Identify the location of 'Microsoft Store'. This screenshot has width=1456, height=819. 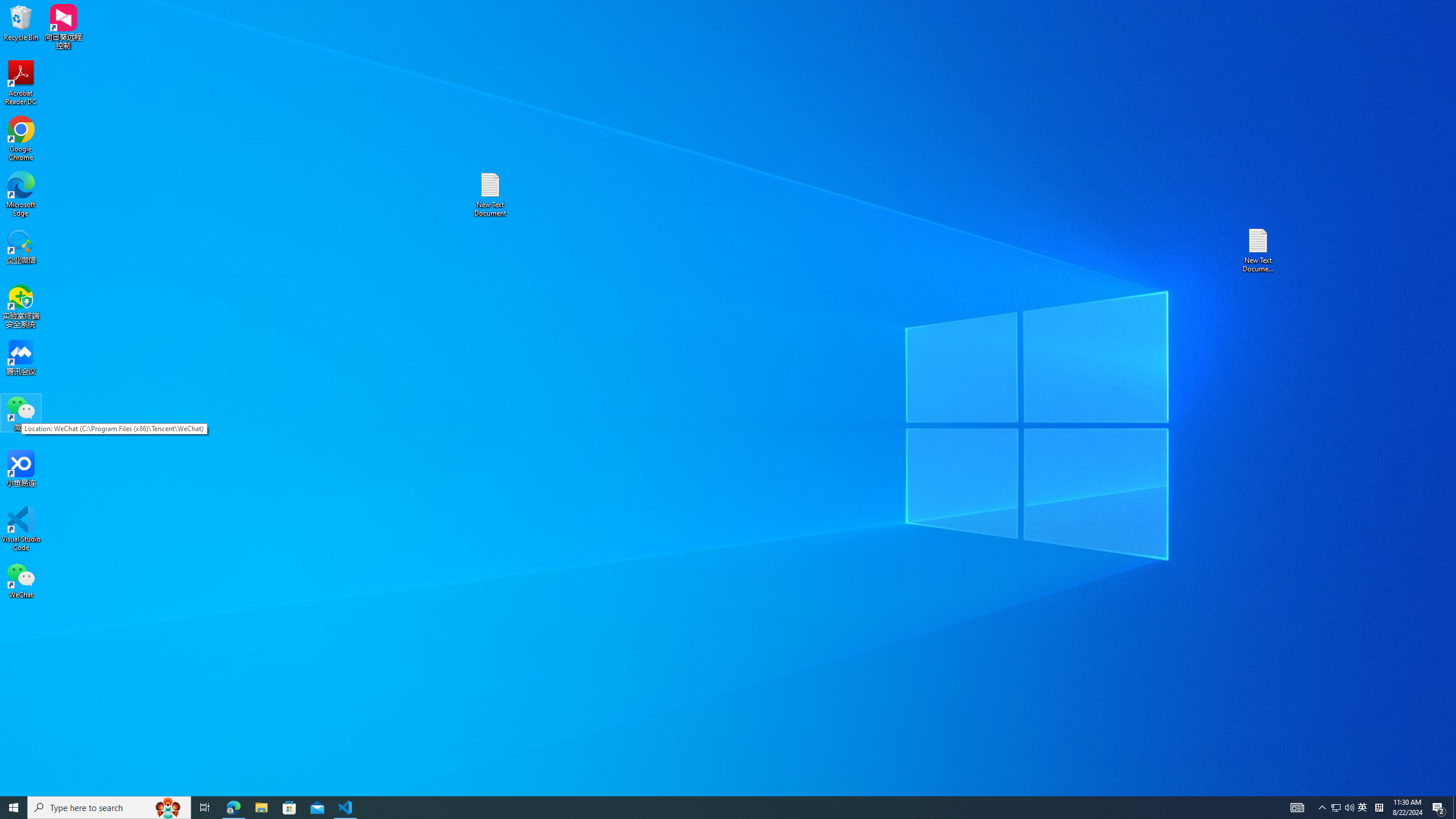
(289, 806).